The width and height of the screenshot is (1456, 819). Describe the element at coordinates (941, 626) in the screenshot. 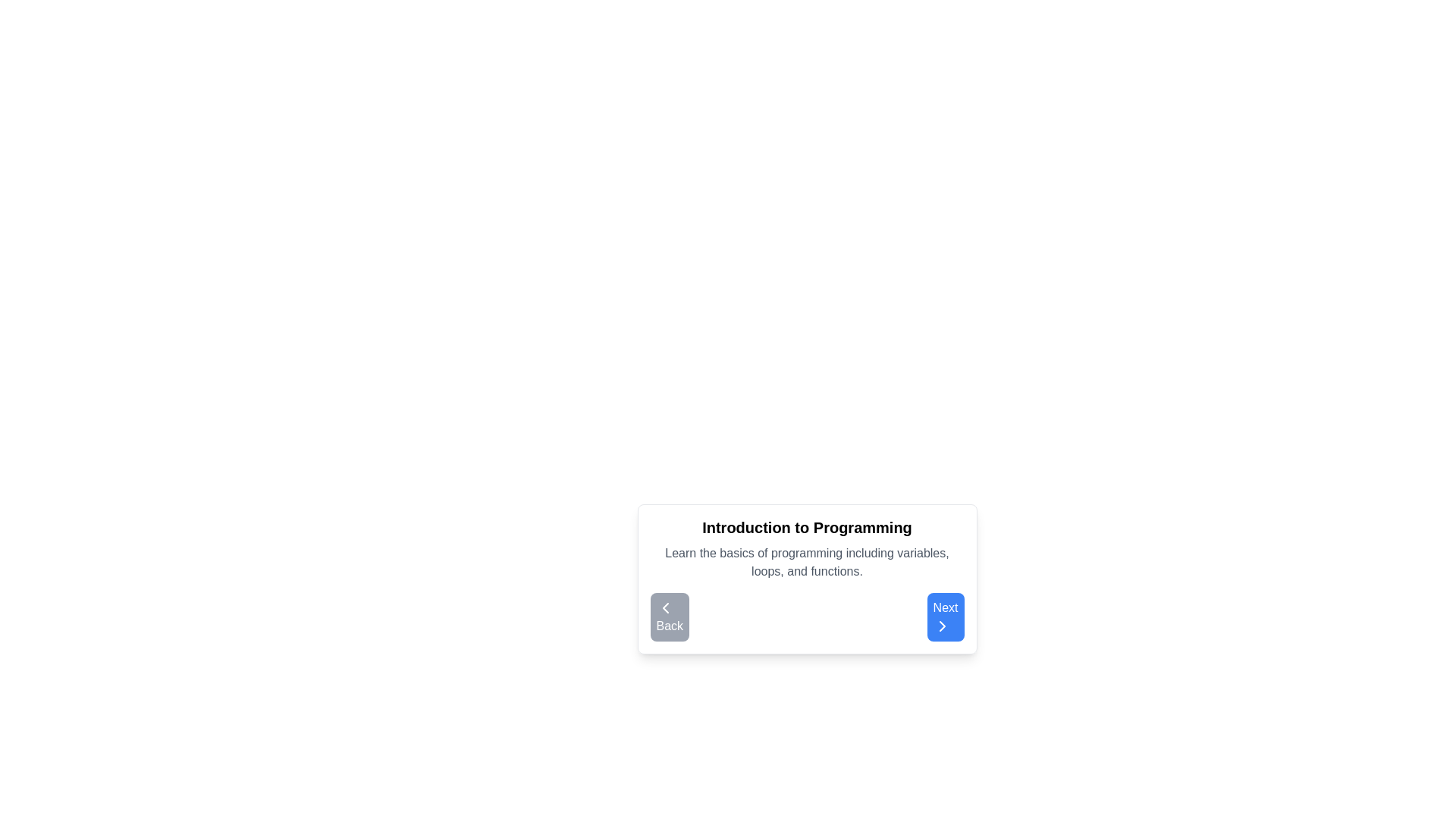

I see `the chevron right SVG icon nested within the 'Next' button located in the bottom right corner of the card-style panel` at that location.